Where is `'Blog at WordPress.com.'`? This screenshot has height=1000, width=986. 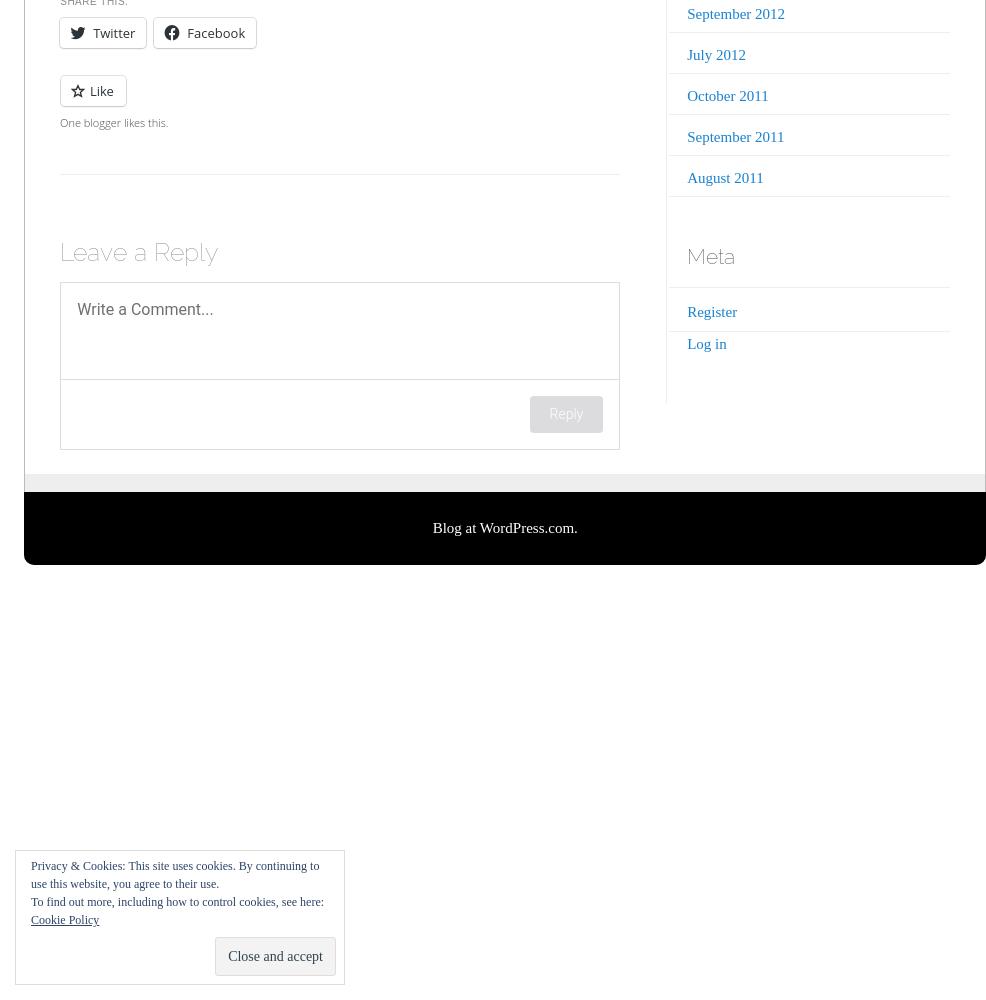
'Blog at WordPress.com.' is located at coordinates (503, 528).